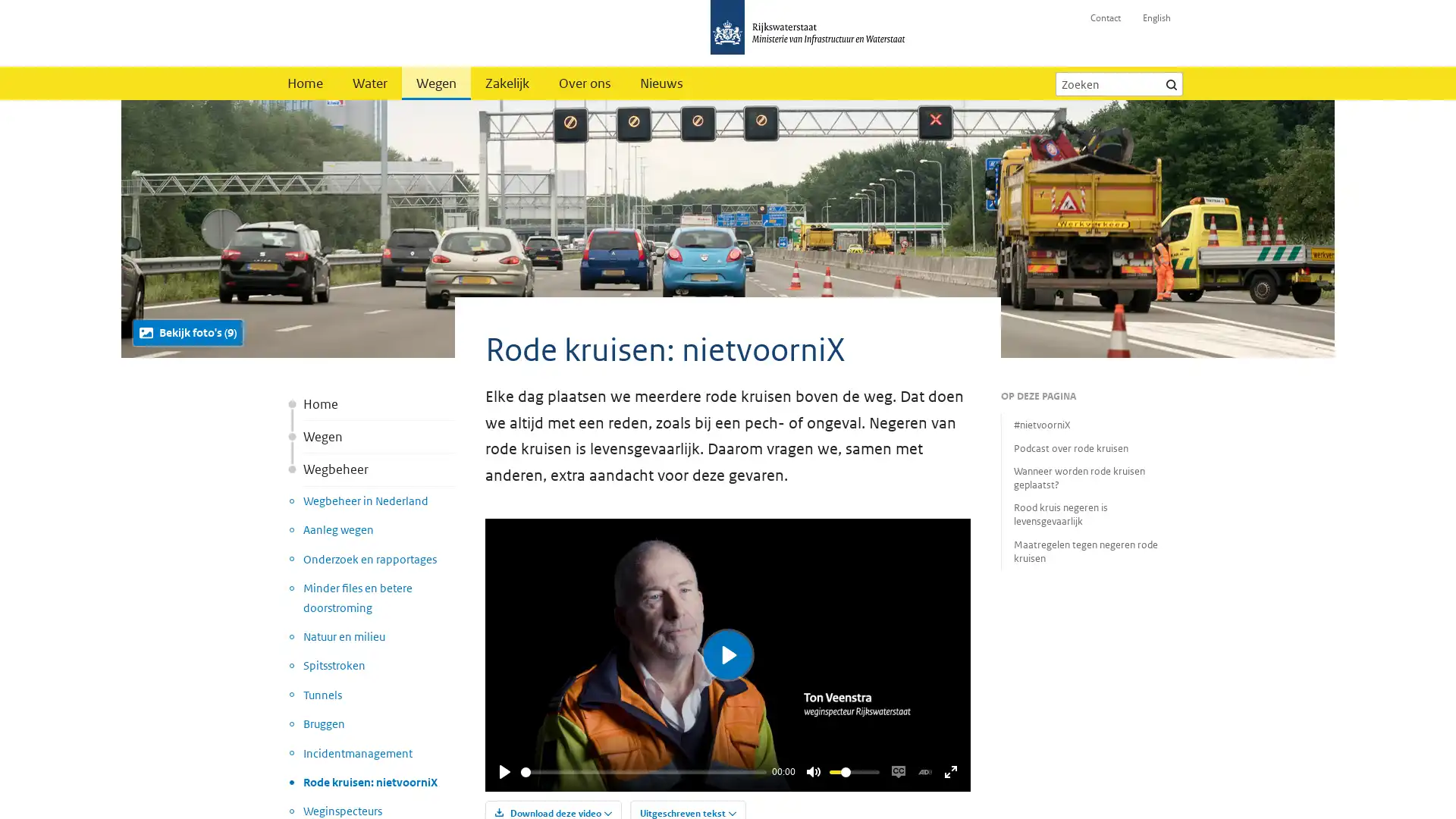 This screenshot has height=819, width=1456. What do you see at coordinates (728, 654) in the screenshot?
I see `Afspelen` at bounding box center [728, 654].